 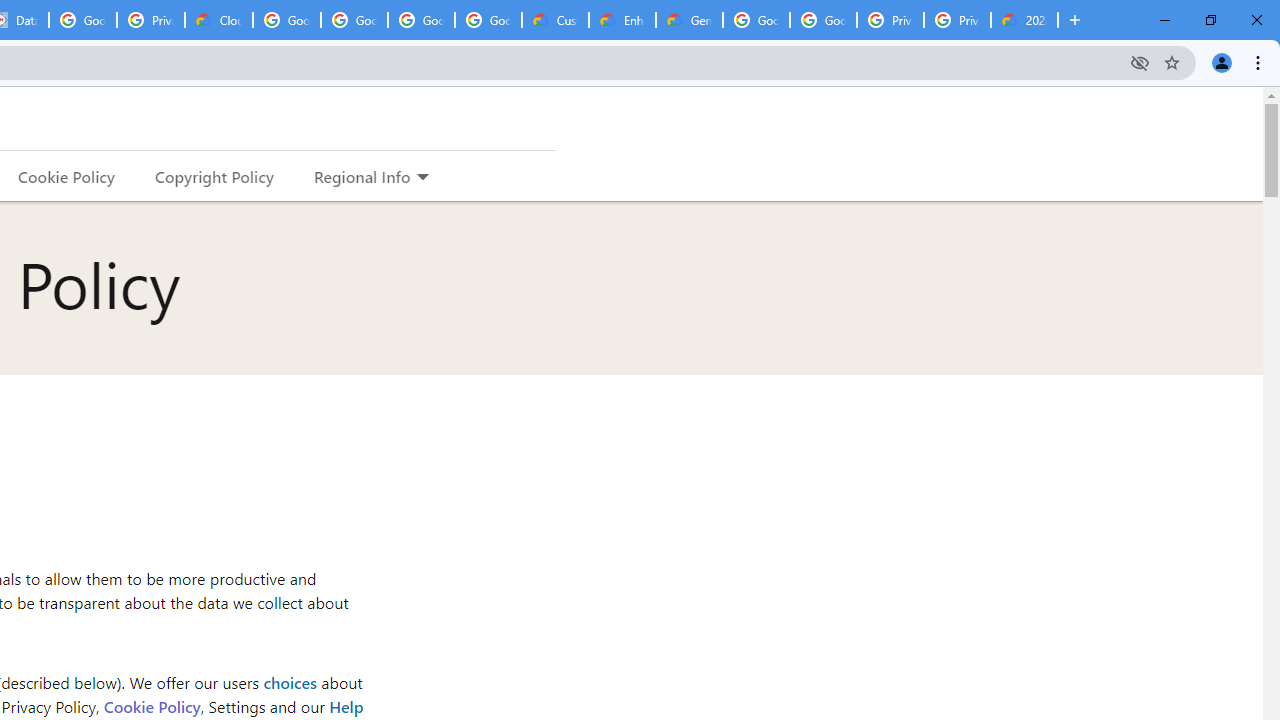 I want to click on 'choices', so click(x=288, y=681).